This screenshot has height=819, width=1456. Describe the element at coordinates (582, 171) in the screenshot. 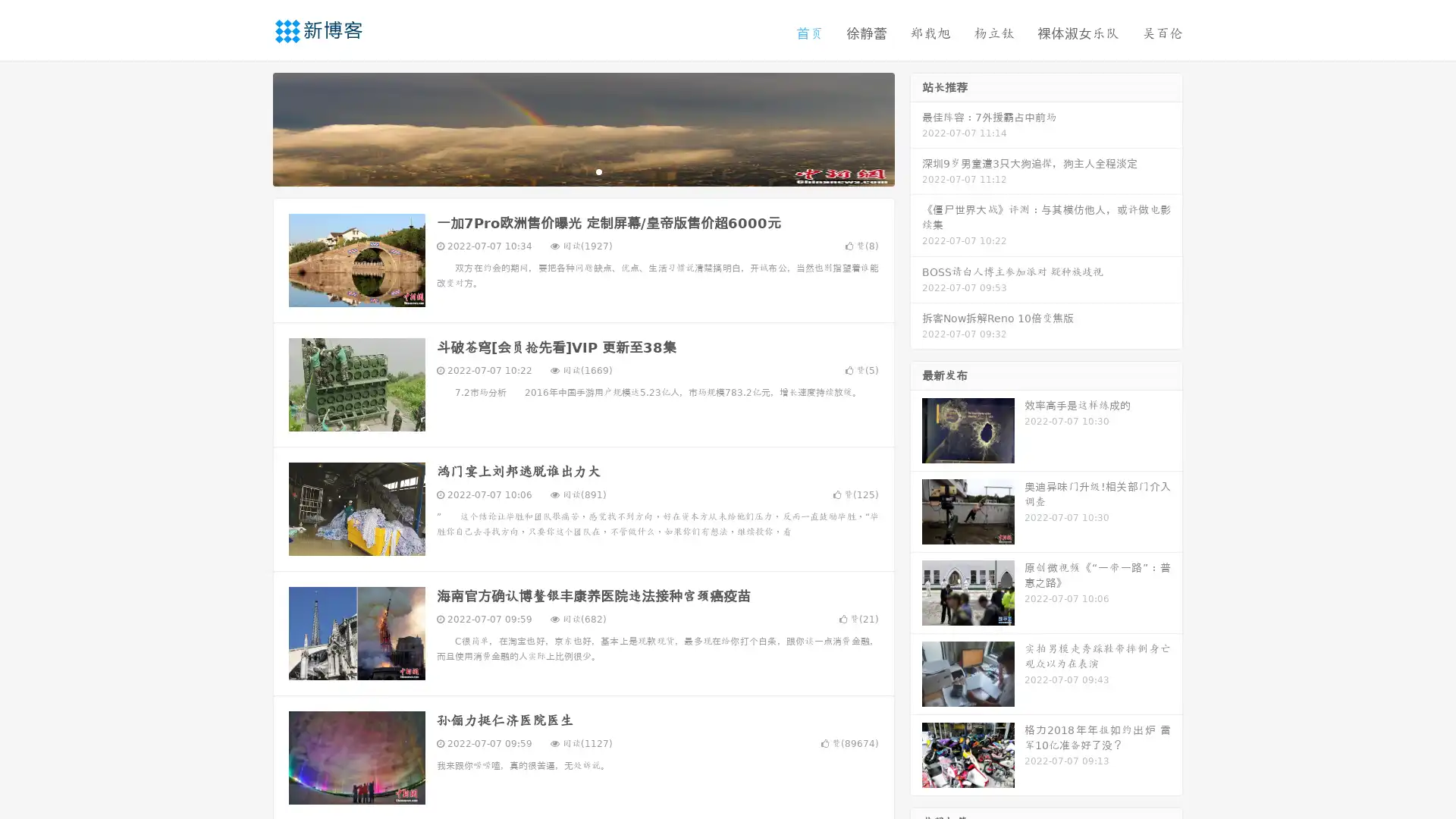

I see `Go to slide 2` at that location.